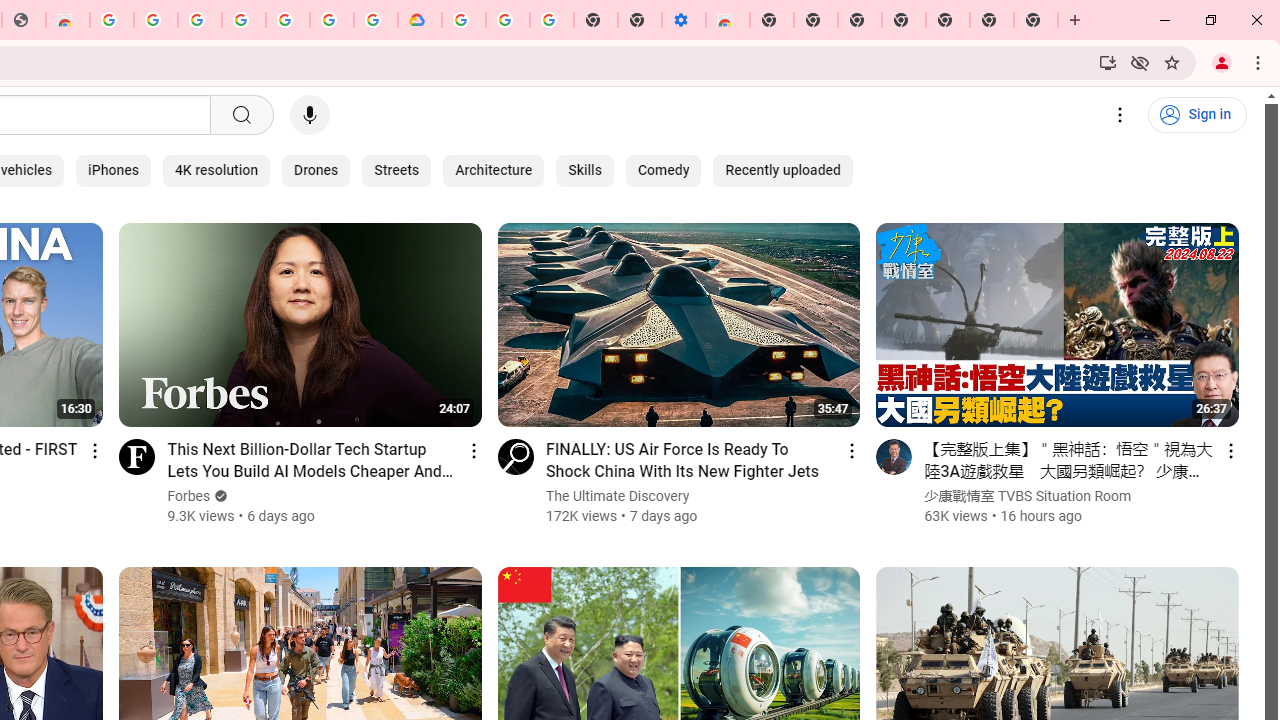 This screenshot has height=720, width=1280. Describe the element at coordinates (893, 456) in the screenshot. I see `'Go to channel'` at that location.